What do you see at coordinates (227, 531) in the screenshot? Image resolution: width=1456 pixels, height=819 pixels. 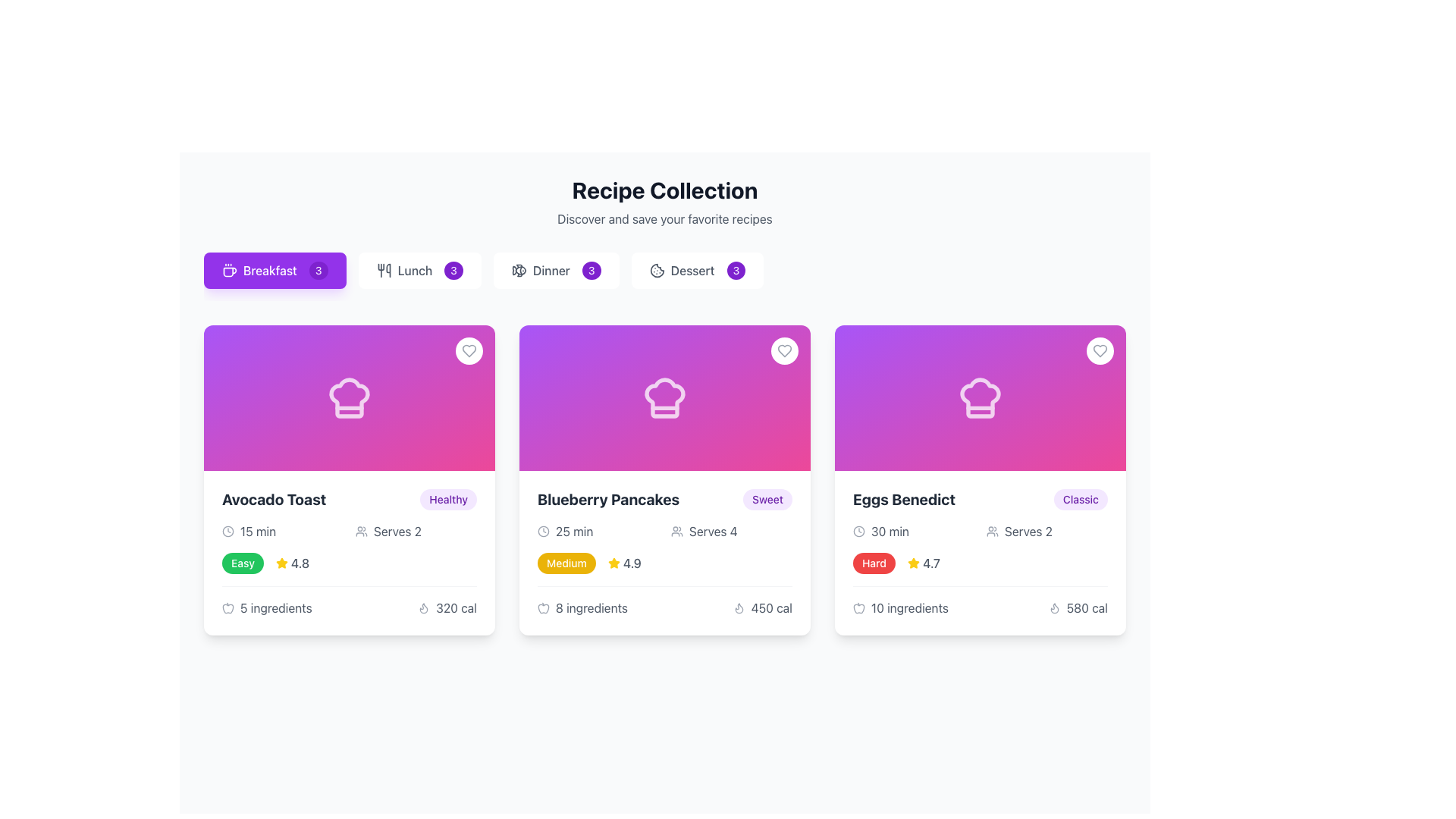 I see `the clock icon represented by the SVG Circle, which is located in the 'Time Required' section of the 'Avocado Toast' recipe card` at bounding box center [227, 531].